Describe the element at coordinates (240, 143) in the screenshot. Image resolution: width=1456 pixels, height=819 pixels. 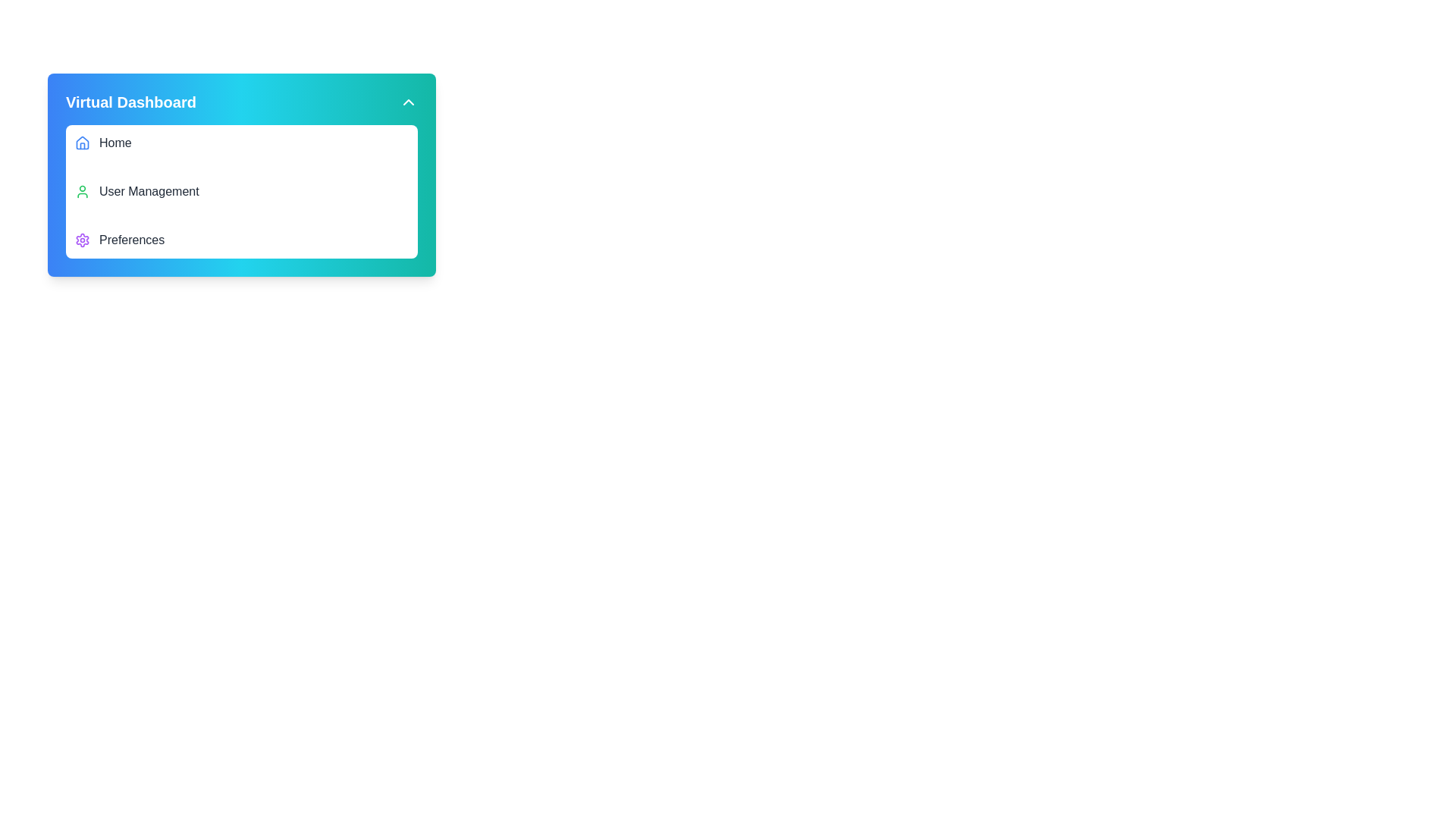
I see `the 'Home' menu item, which is the first entry in the 'Virtual Dashboard' menu` at that location.